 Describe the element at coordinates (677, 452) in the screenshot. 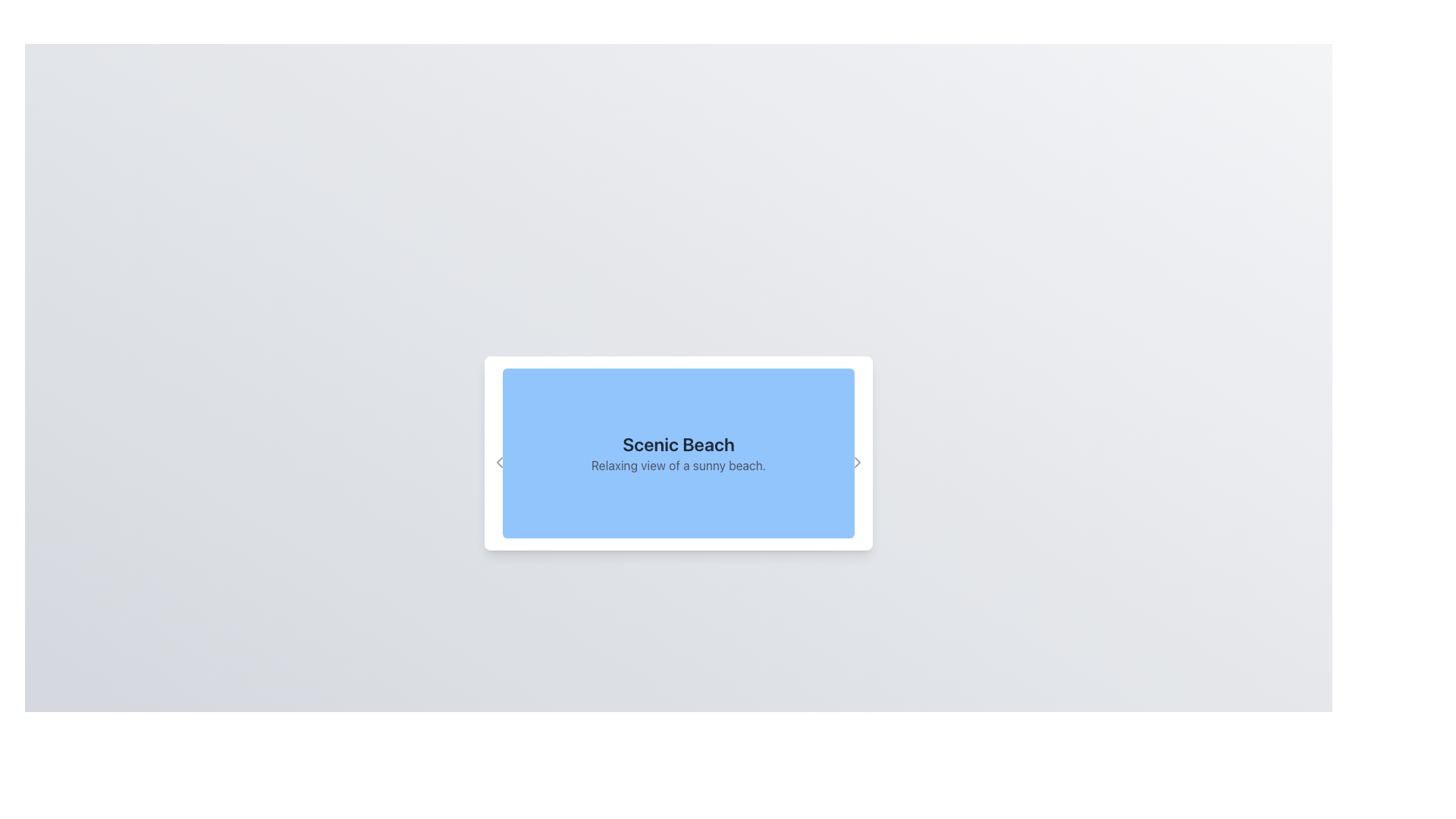

I see `textual content of the Information Display Panel titled 'Scenic Beach' with a subtitle 'Relaxing view of a sunny beach.'` at that location.